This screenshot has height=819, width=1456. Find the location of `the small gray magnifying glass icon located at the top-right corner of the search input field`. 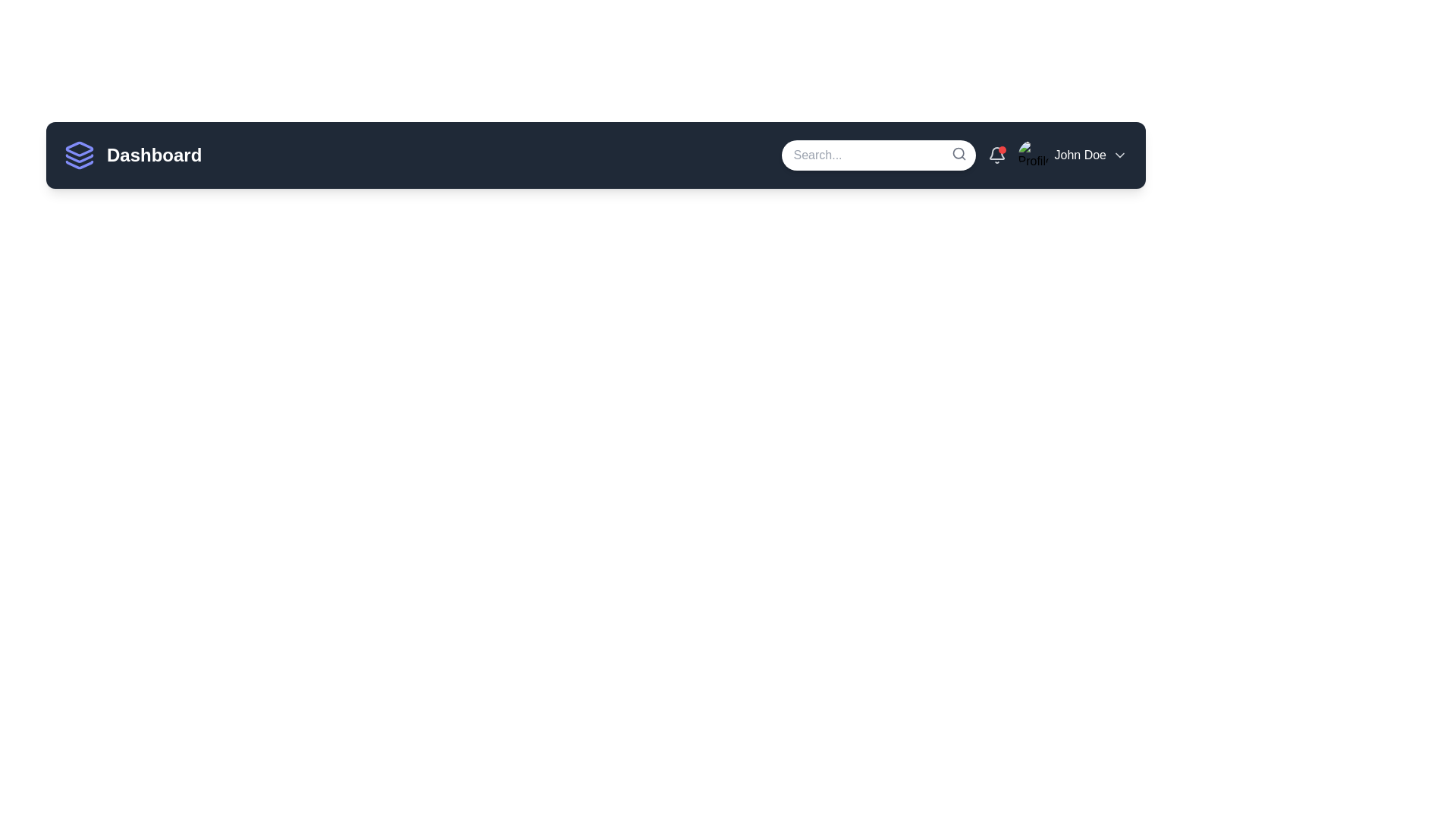

the small gray magnifying glass icon located at the top-right corner of the search input field is located at coordinates (958, 154).